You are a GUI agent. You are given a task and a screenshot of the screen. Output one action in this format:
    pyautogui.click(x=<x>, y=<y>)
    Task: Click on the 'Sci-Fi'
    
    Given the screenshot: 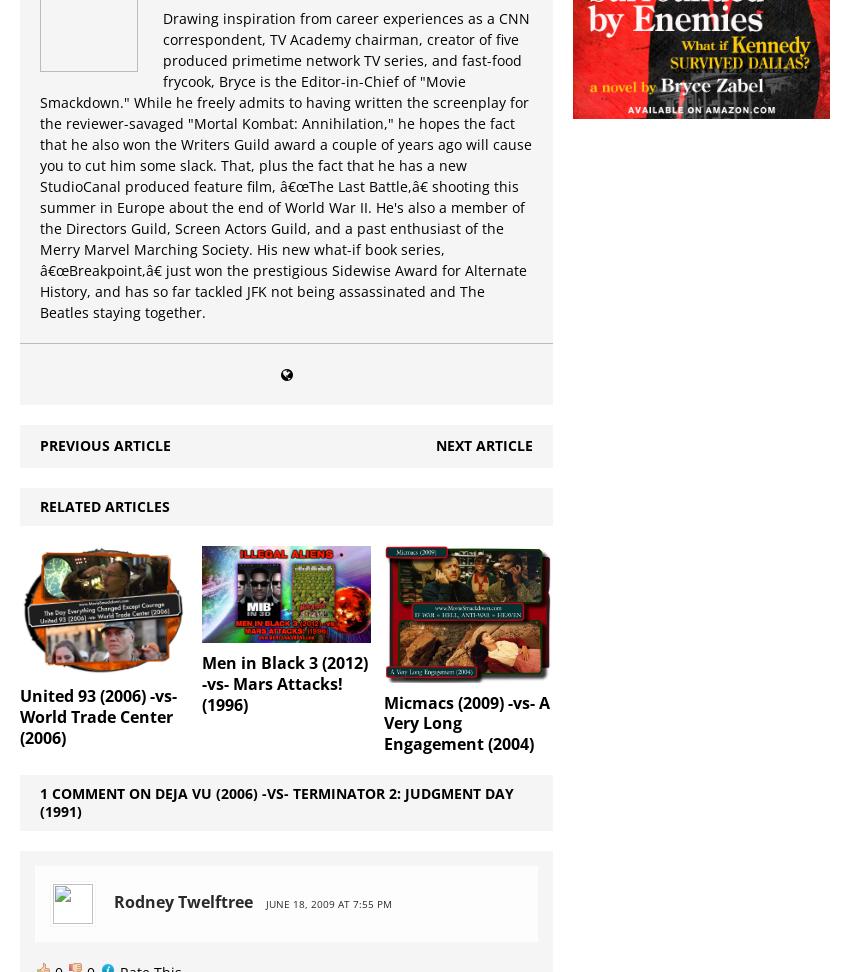 What is the action you would take?
    pyautogui.click(x=159, y=214)
    